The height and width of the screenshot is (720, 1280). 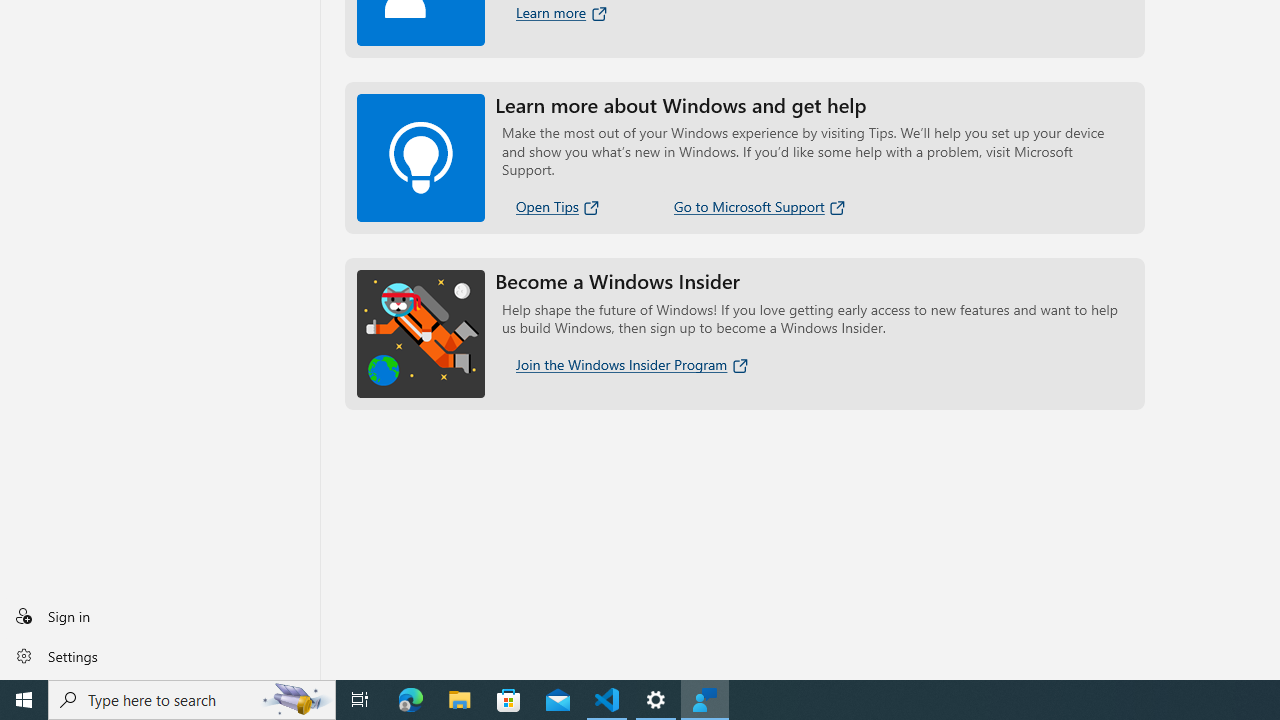 I want to click on 'Visual Studio Code - 1 running window', so click(x=606, y=698).